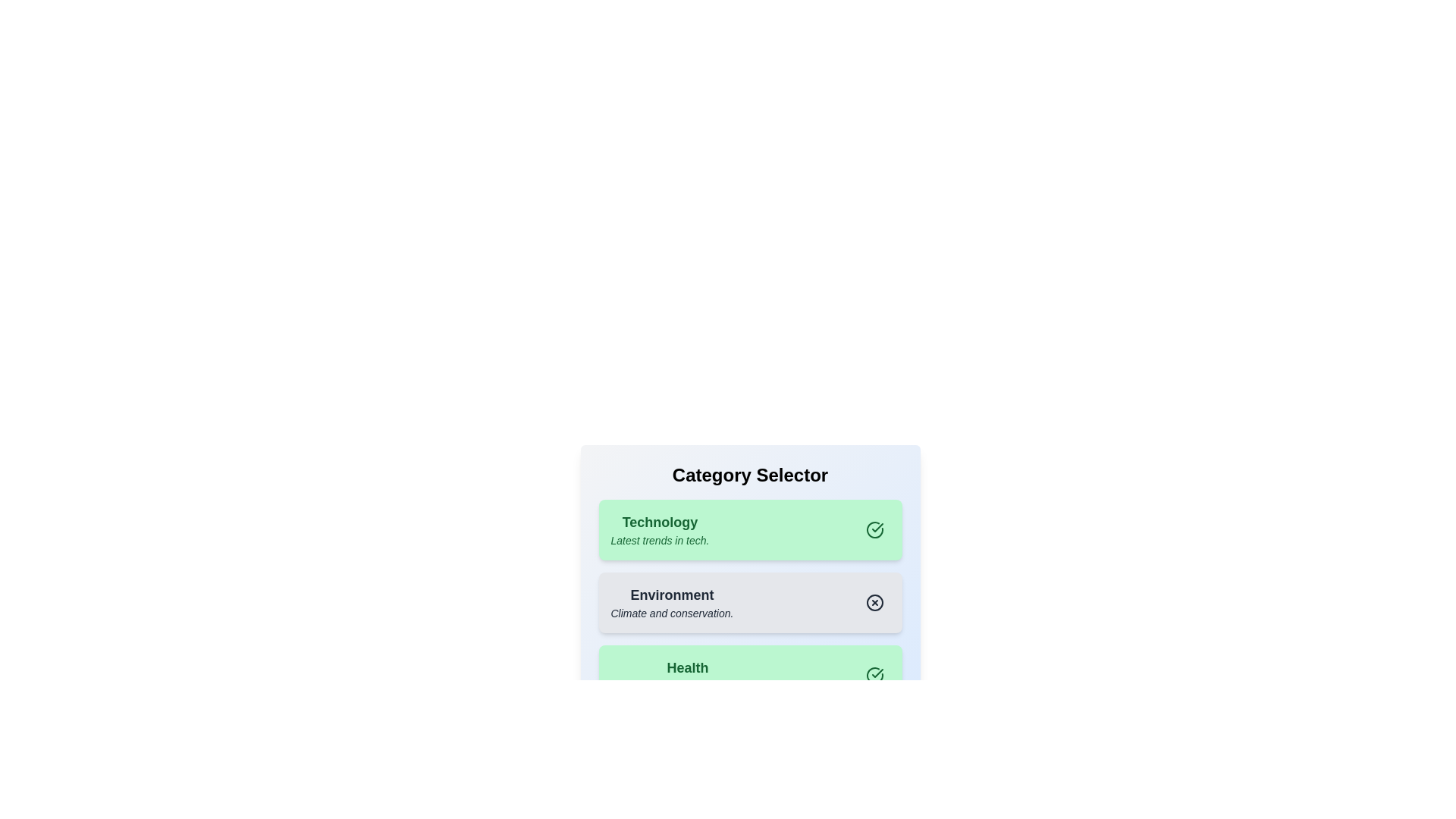 The height and width of the screenshot is (819, 1456). Describe the element at coordinates (671, 601) in the screenshot. I see `the category Environment to observe visual feedback` at that location.